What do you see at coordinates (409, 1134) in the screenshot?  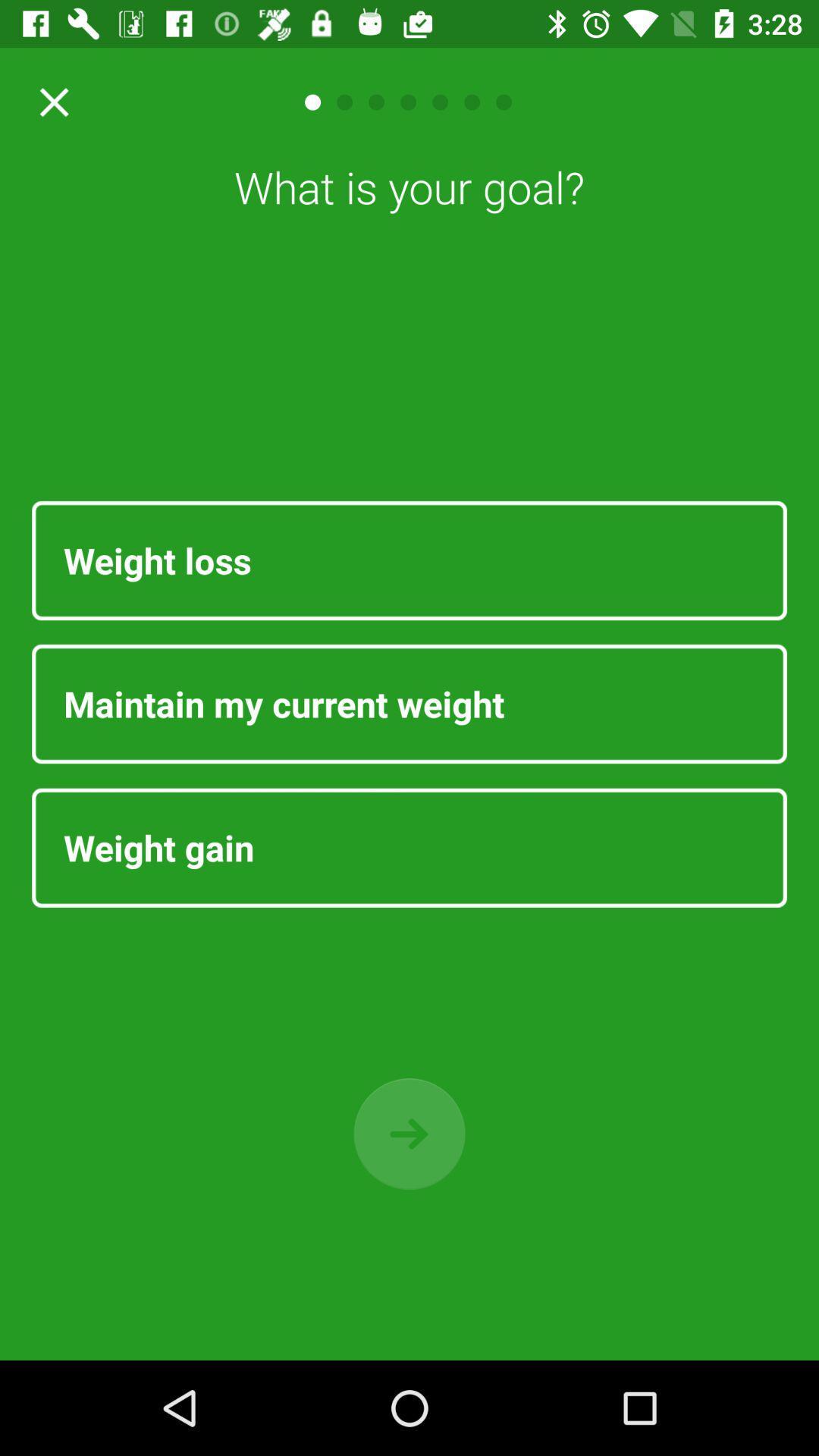 I see `next page` at bounding box center [409, 1134].